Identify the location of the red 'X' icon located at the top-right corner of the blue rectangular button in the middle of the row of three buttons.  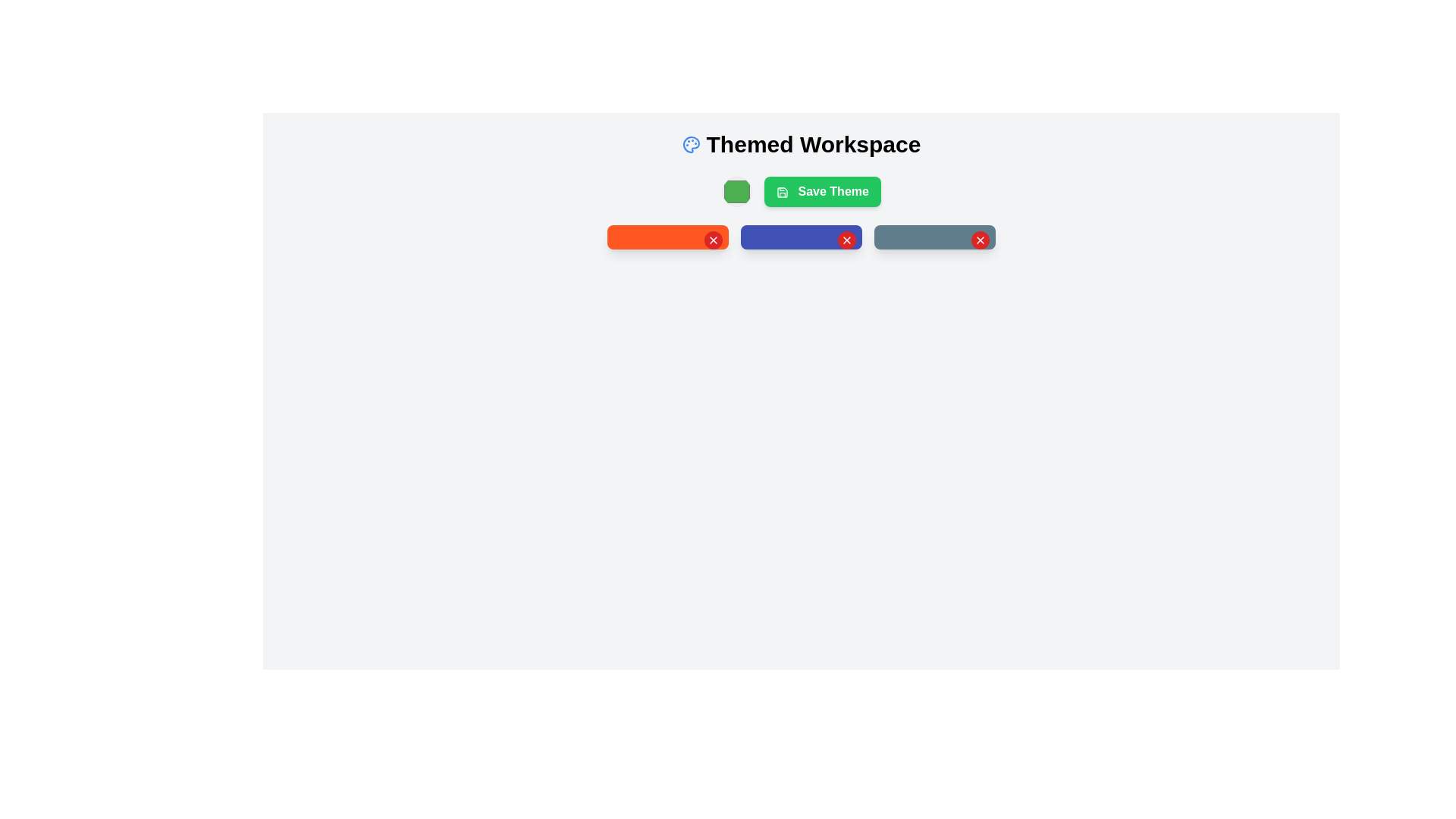
(846, 239).